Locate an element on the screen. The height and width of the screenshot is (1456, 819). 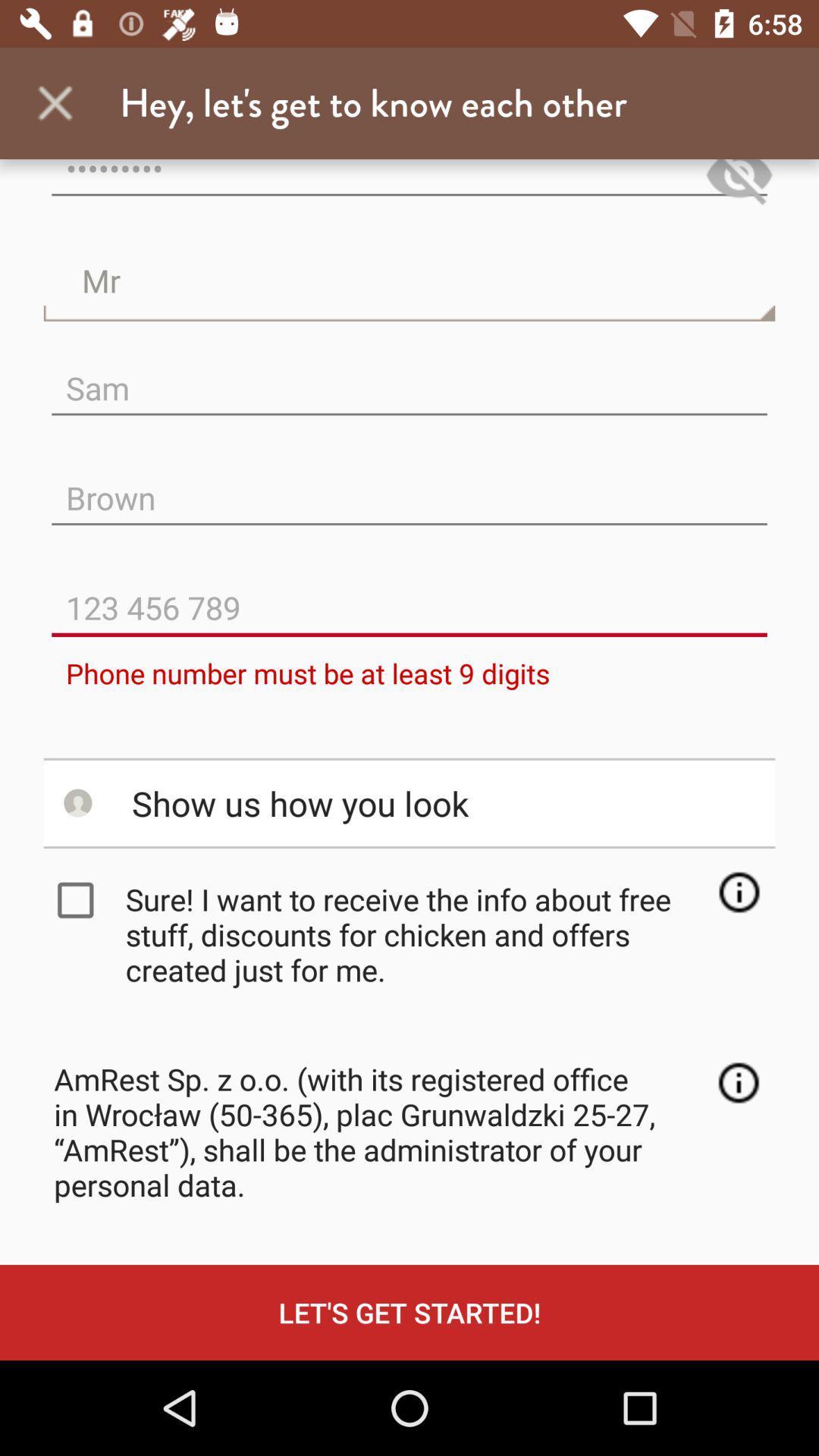
item above the crowd3116 is located at coordinates (55, 102).